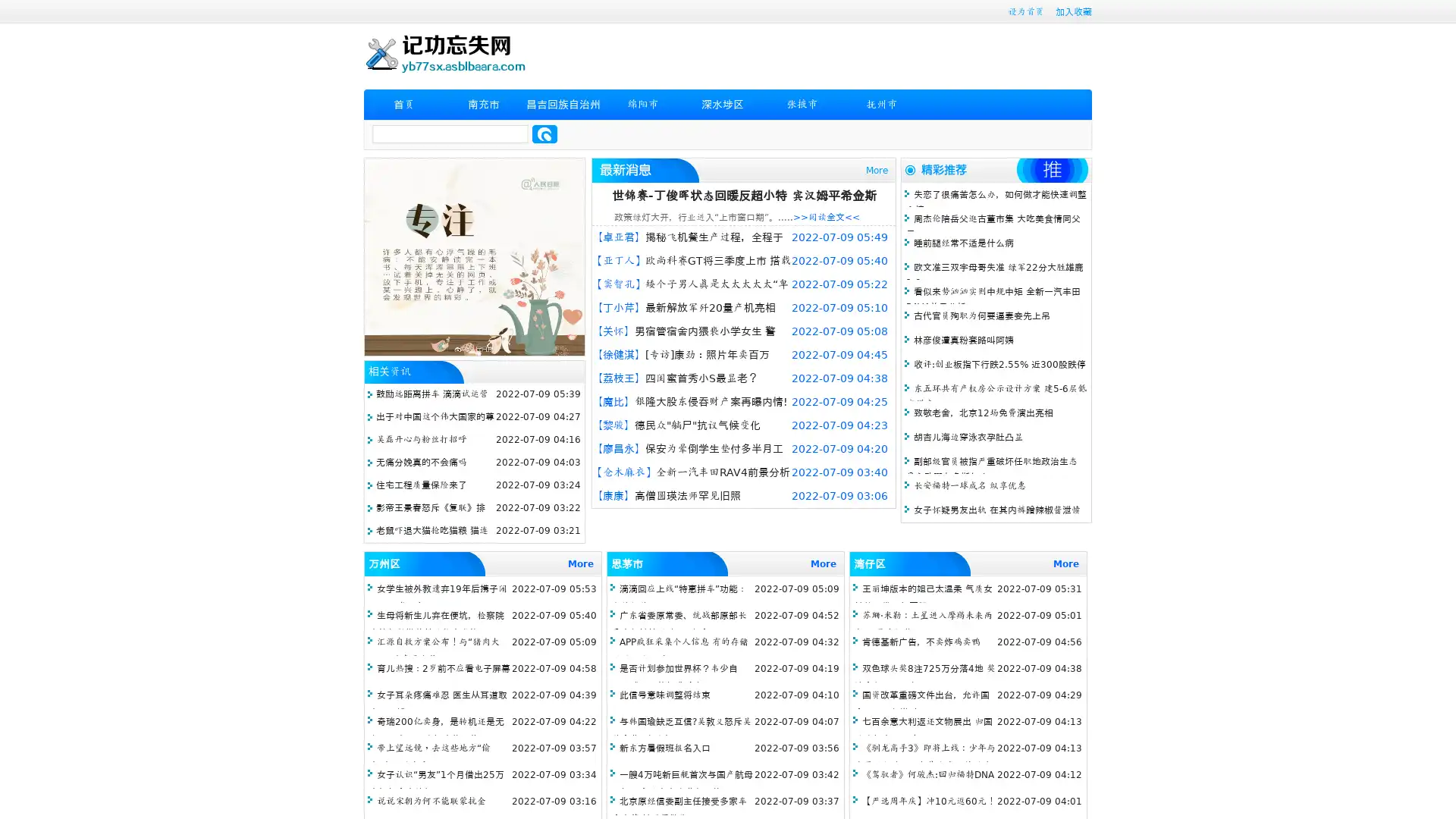 This screenshot has height=819, width=1456. I want to click on Search, so click(544, 133).